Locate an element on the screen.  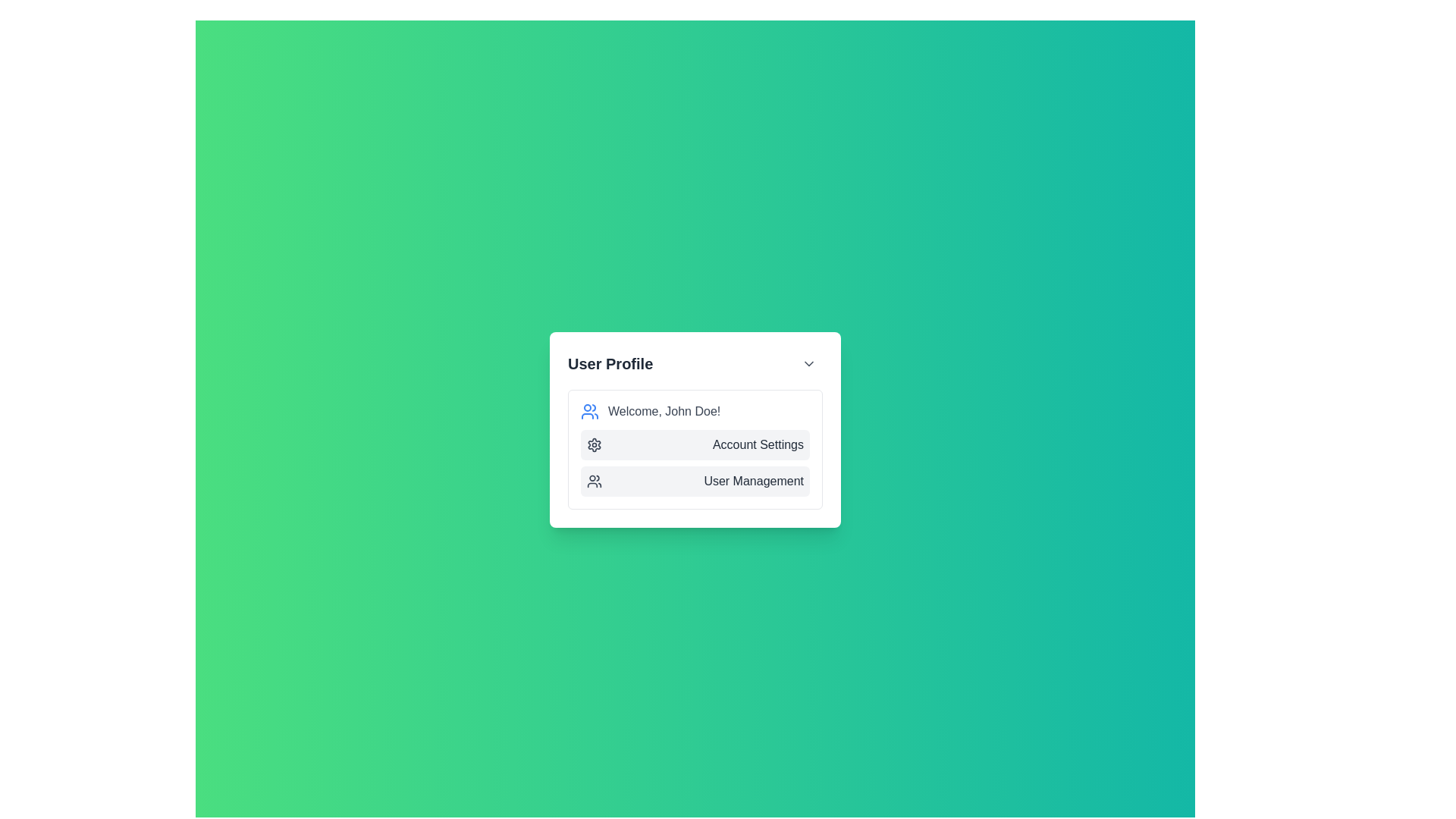
the user-related content icon located to the left of the text 'Welcome, John Doe!' within the 'User Profile' card widget is located at coordinates (588, 412).